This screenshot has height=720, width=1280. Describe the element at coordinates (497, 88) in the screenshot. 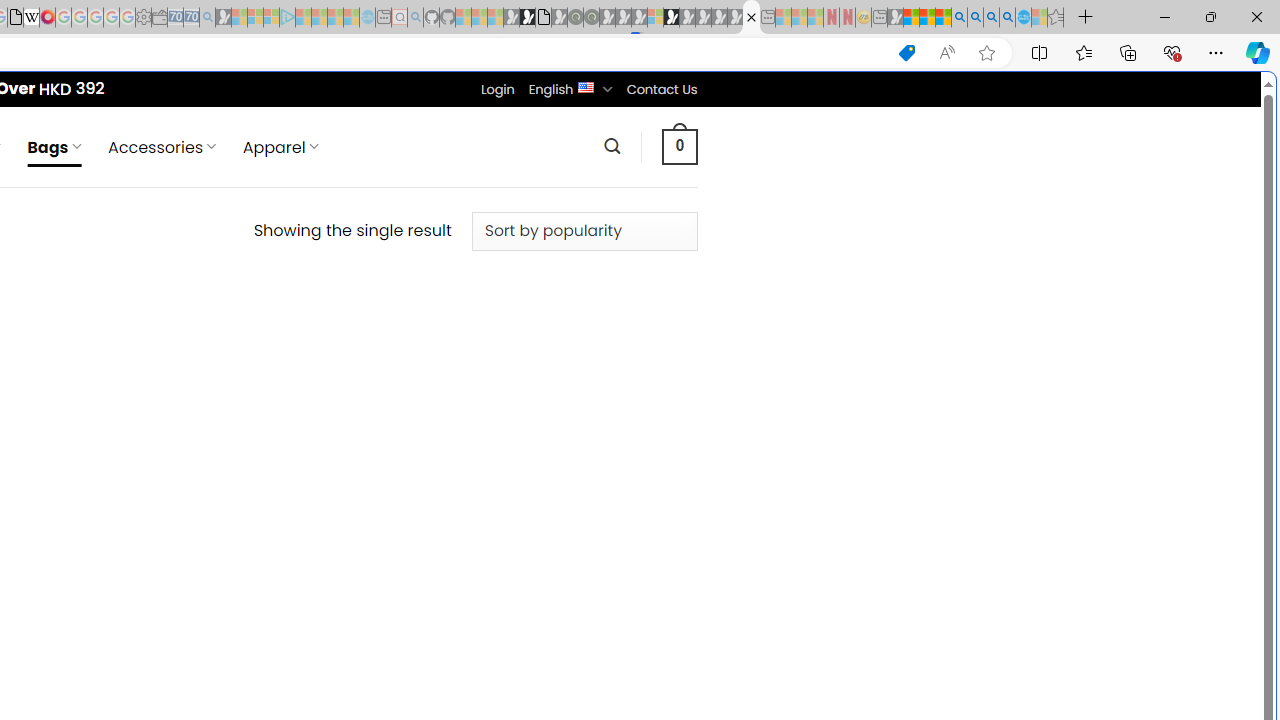

I see `'Login'` at that location.